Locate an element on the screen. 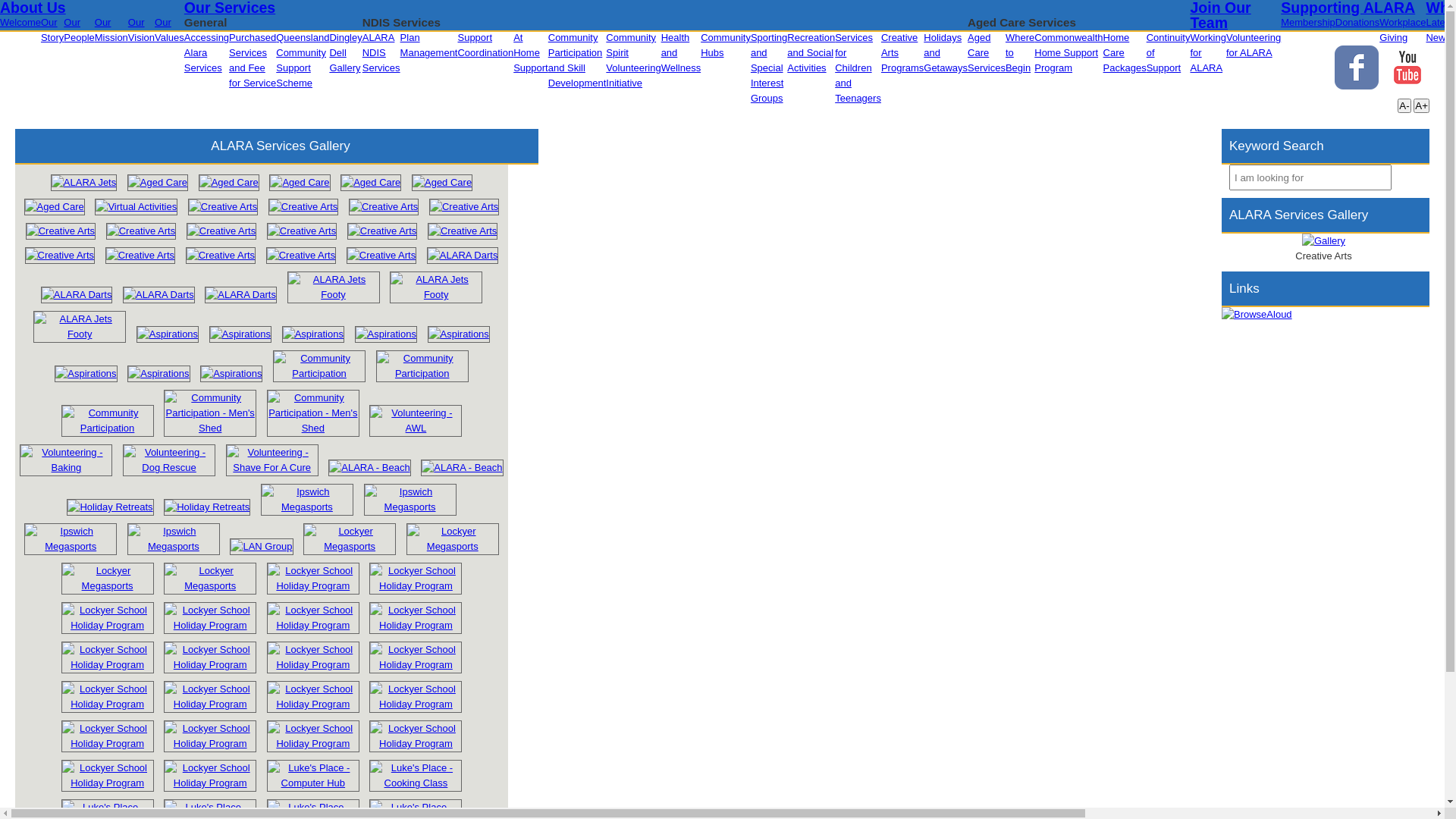  'Continuity of Support' is located at coordinates (1167, 52).